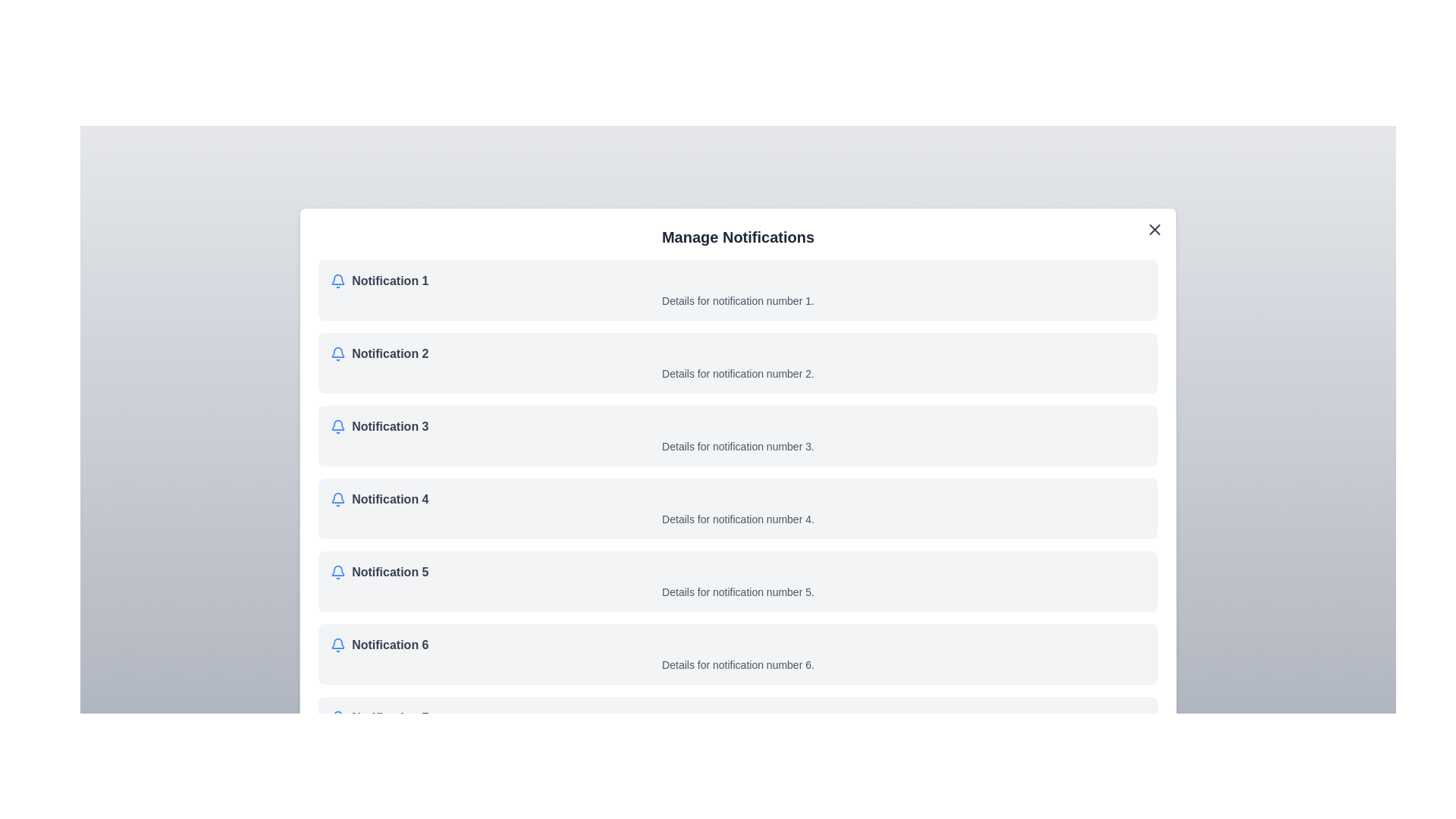  Describe the element at coordinates (1153, 230) in the screenshot. I see `close button located at the top-right corner of the dialog to close the notification management dialog` at that location.